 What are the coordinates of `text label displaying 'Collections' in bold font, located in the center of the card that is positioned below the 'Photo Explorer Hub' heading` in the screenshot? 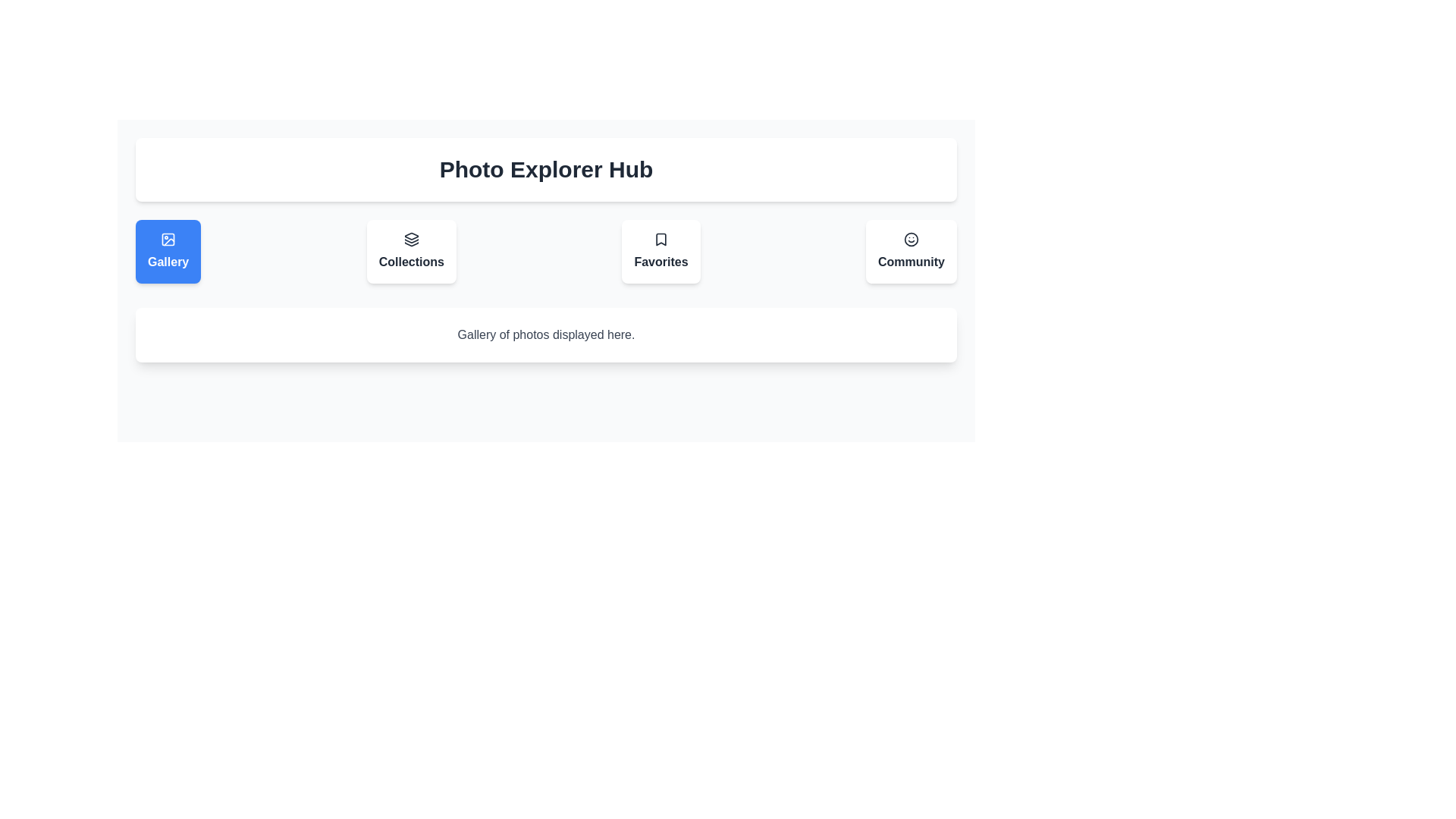 It's located at (411, 262).